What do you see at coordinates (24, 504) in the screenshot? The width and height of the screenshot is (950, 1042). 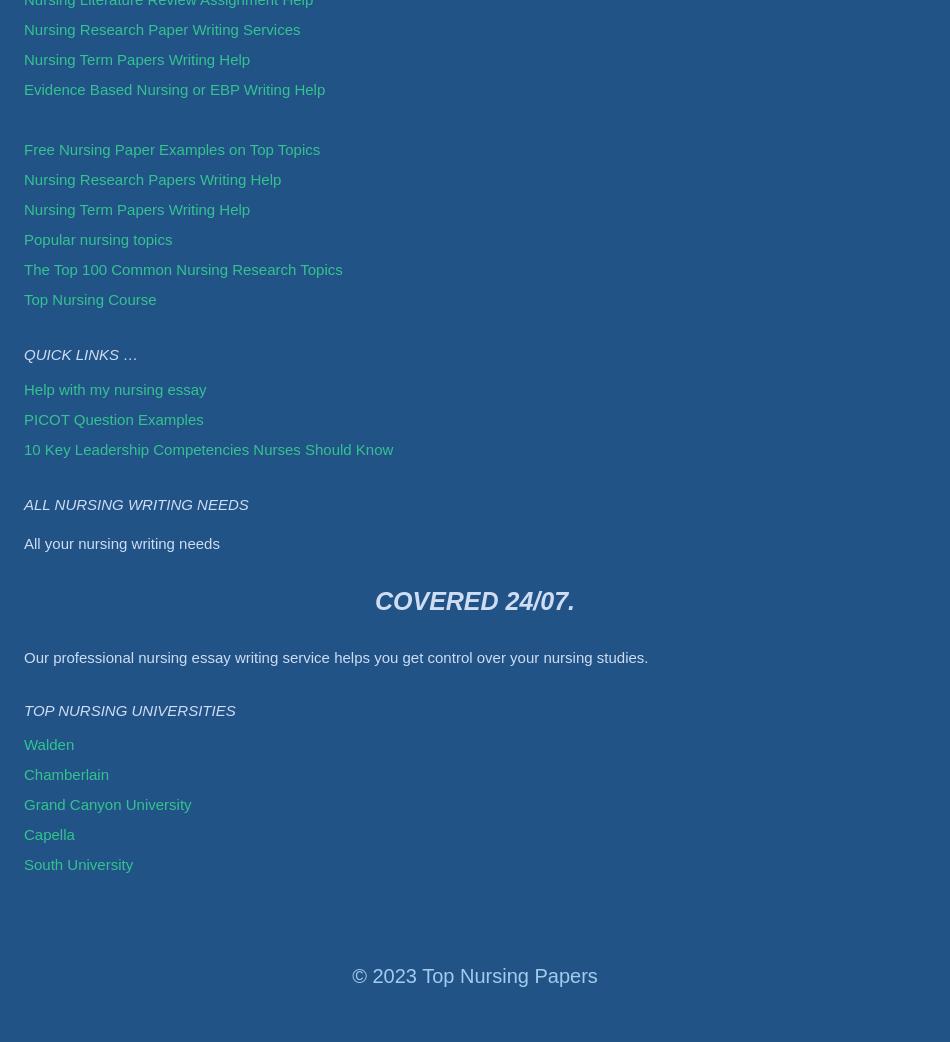 I see `'All Nursing Writing Needs'` at bounding box center [24, 504].